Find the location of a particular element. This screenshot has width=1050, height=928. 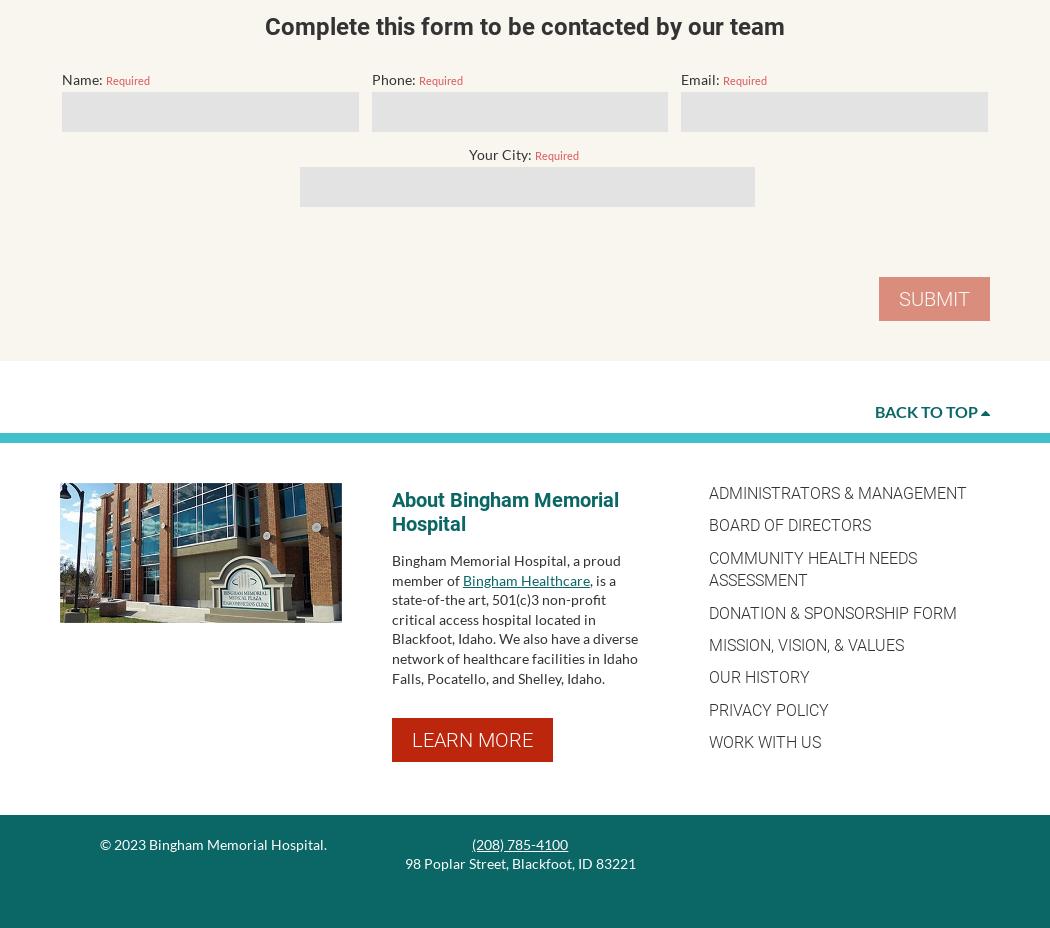

'Bingham Memorial Hospital, a proud member of' is located at coordinates (504, 568).